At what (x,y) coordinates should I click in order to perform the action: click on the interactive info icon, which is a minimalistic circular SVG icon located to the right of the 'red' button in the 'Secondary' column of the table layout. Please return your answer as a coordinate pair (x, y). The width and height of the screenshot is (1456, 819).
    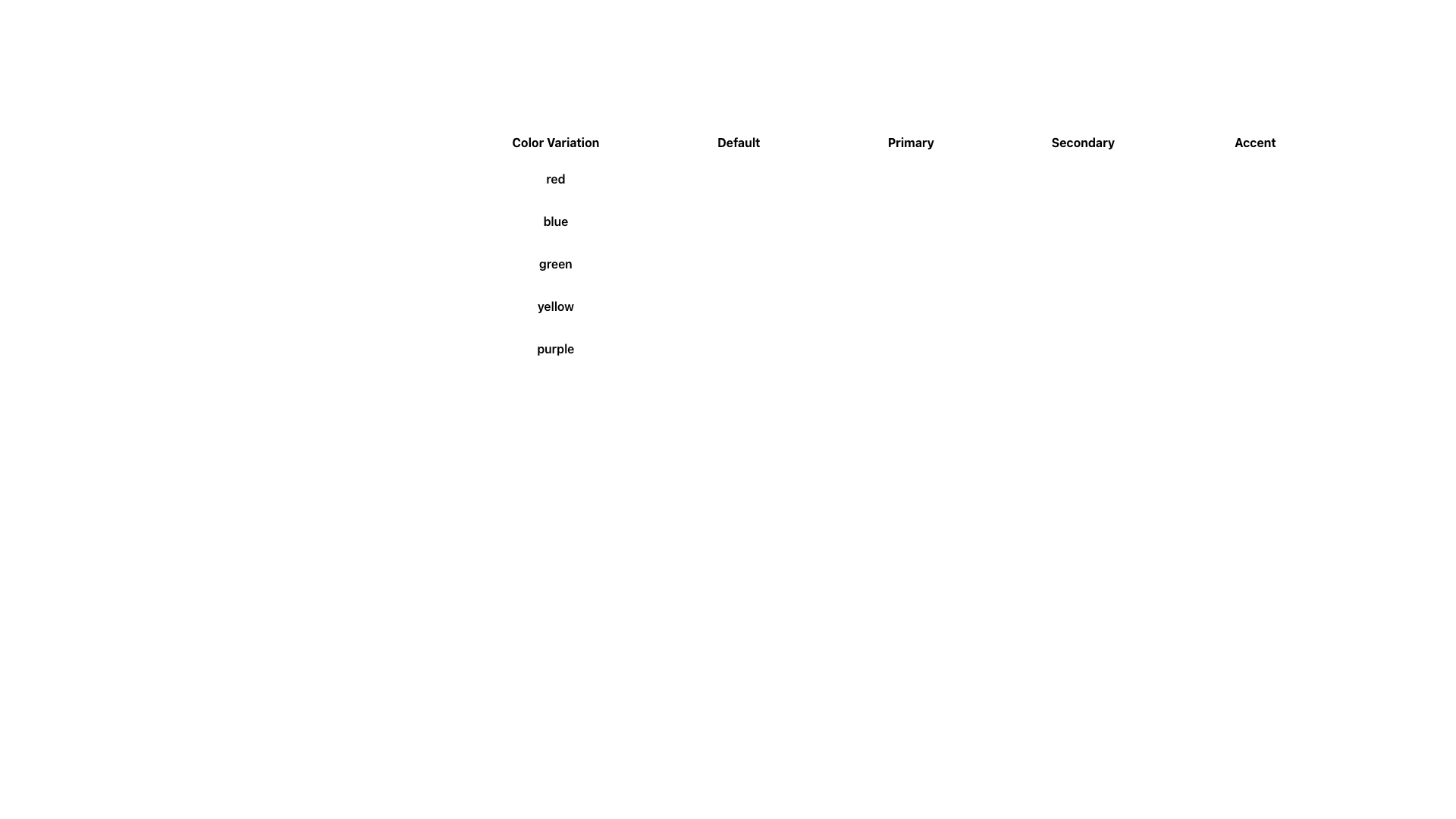
    Looking at the image, I should click on (1047, 177).